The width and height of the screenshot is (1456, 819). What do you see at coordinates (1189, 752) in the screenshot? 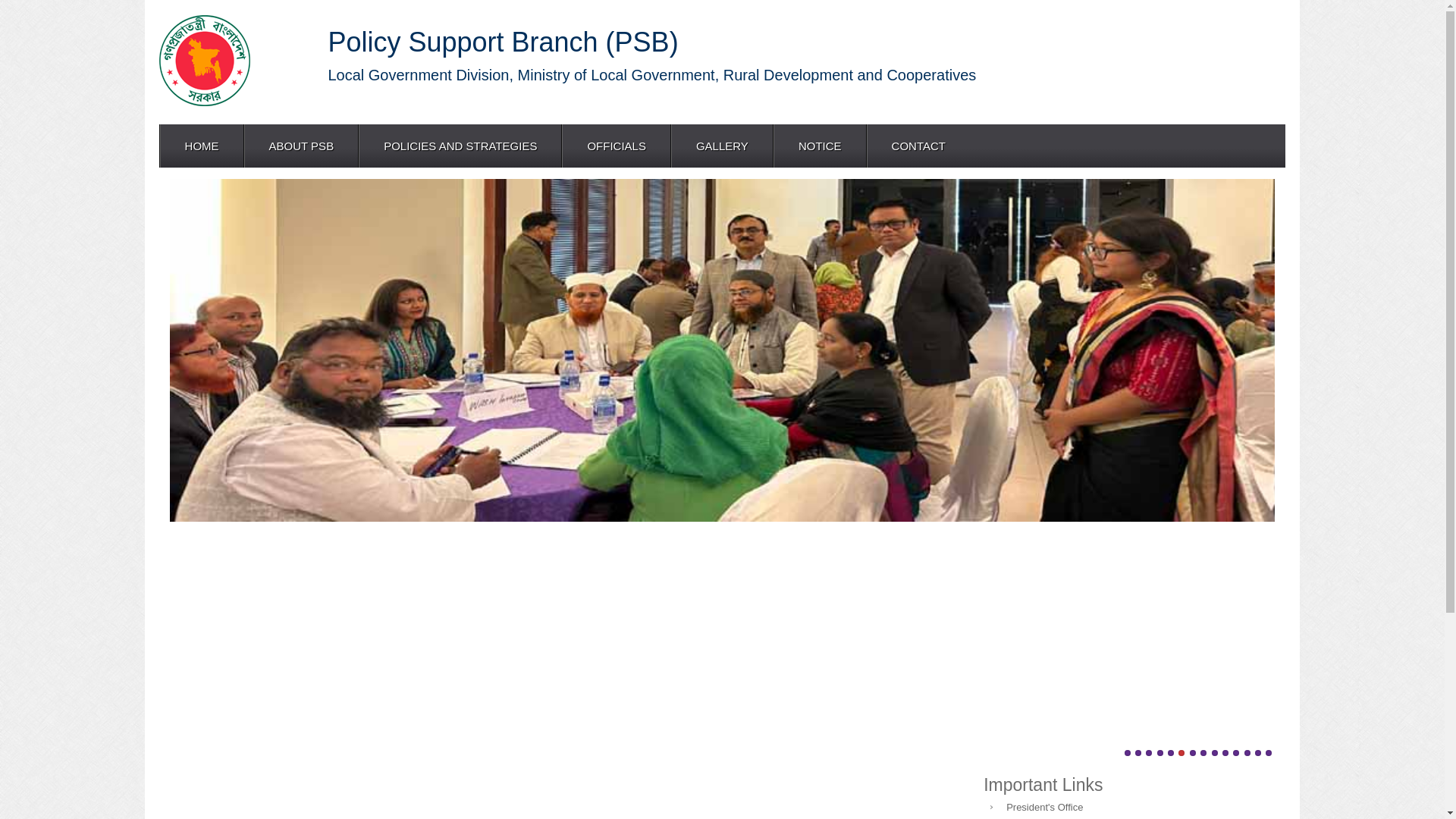
I see `'7'` at bounding box center [1189, 752].